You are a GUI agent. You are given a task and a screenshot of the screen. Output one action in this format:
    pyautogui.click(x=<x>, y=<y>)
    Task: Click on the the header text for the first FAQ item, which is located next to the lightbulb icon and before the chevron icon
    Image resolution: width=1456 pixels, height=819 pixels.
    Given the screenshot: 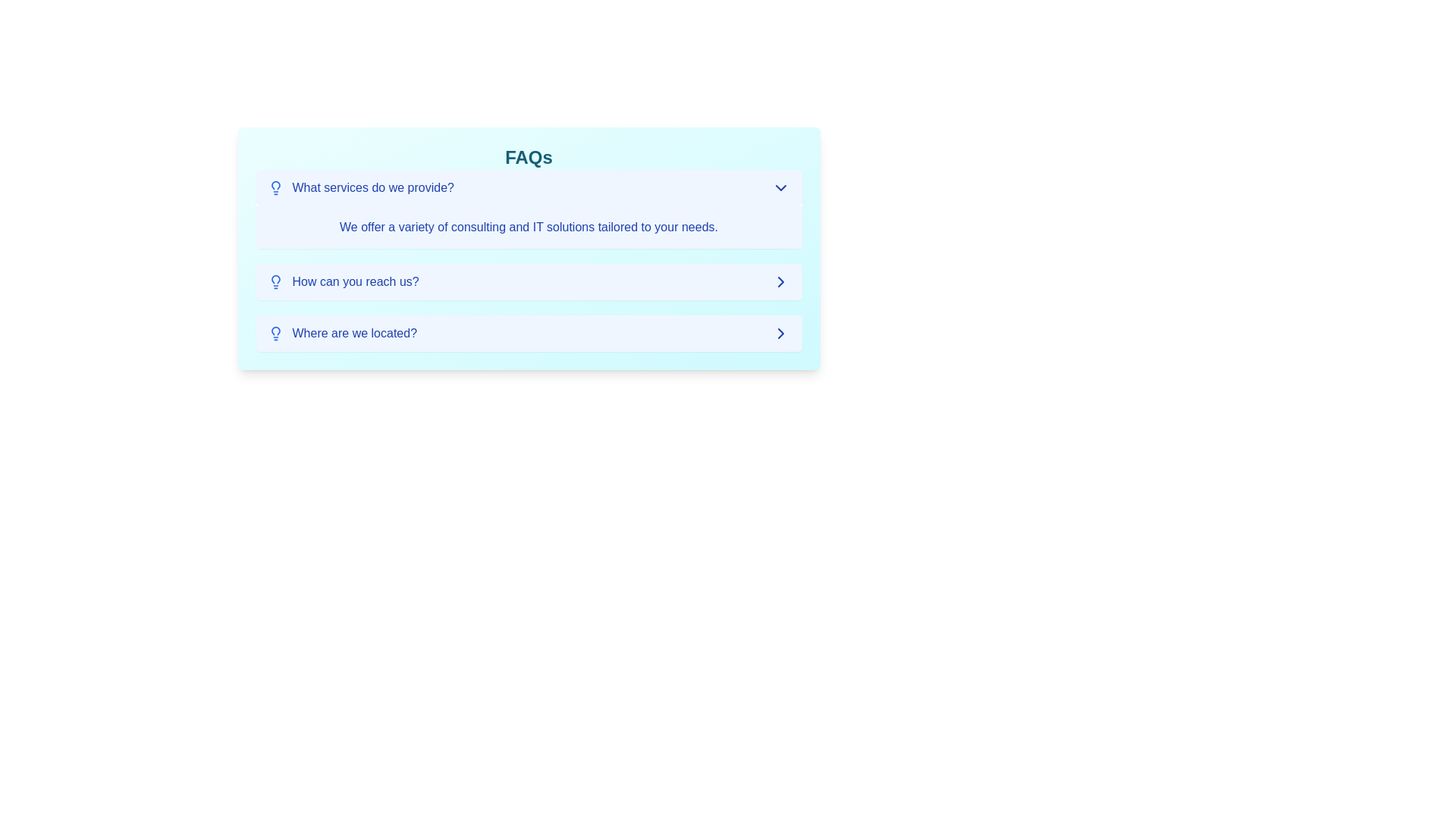 What is the action you would take?
    pyautogui.click(x=360, y=187)
    